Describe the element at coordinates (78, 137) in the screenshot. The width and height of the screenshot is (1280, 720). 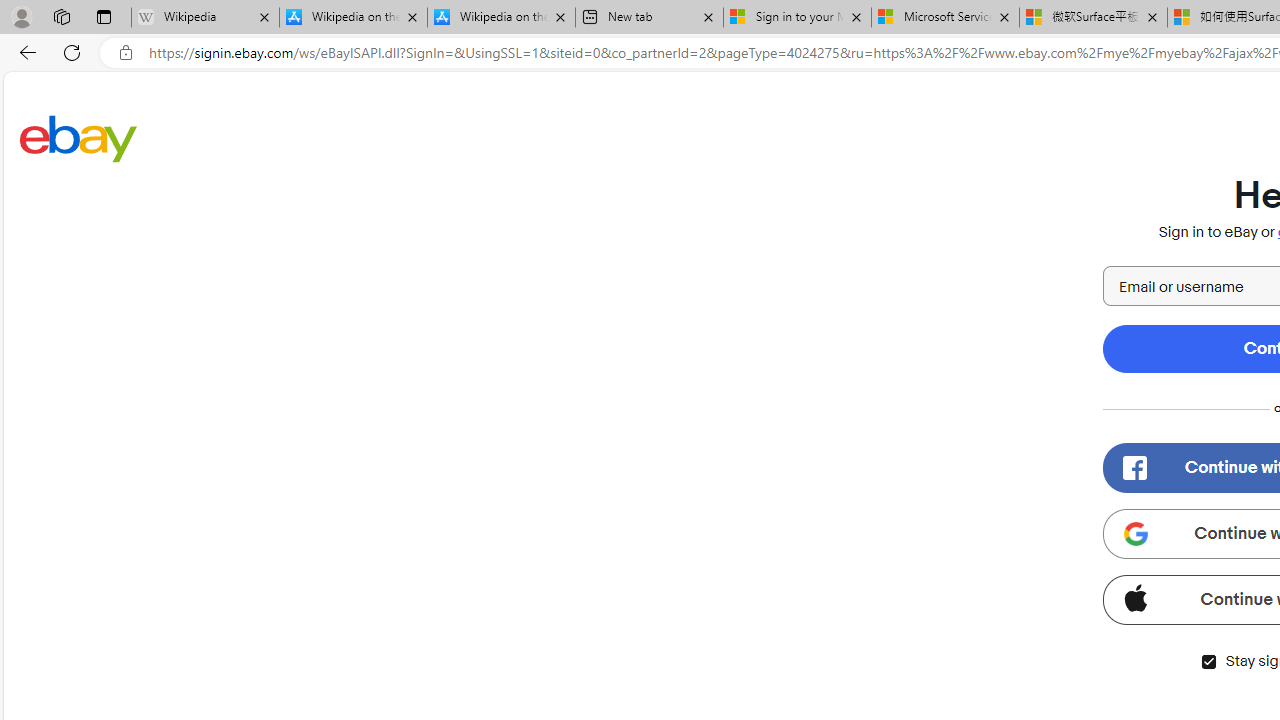
I see `'eBay Home'` at that location.